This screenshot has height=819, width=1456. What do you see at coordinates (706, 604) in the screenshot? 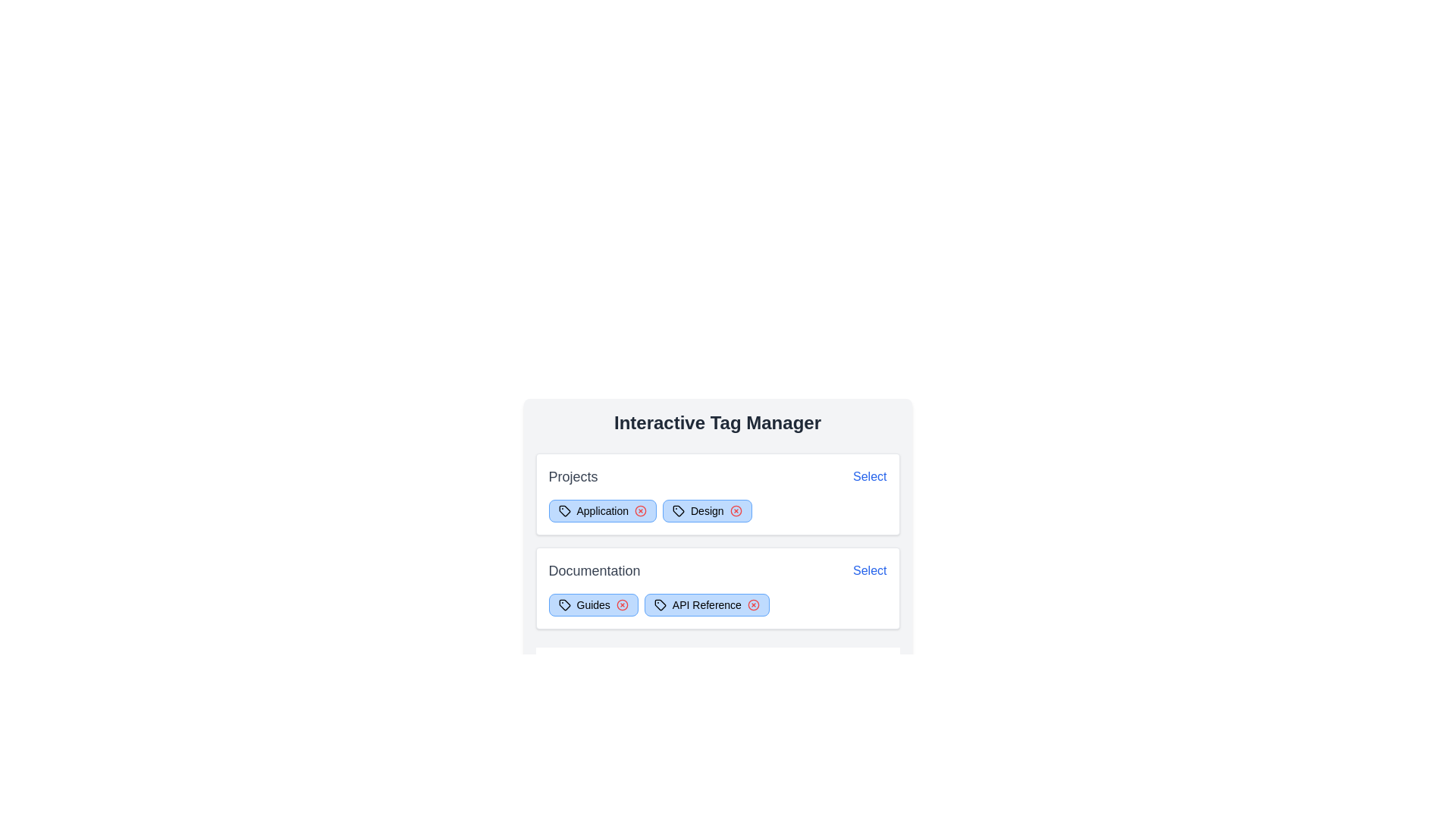
I see `the 'API Reference' button, which is a rounded rectangular button with a light blue background, blue border, and contains an icon resembling a tag and a red 'X' icon on the right, located in the 'Documentation' section of the 'Interactive Tag Manager' interface` at bounding box center [706, 604].